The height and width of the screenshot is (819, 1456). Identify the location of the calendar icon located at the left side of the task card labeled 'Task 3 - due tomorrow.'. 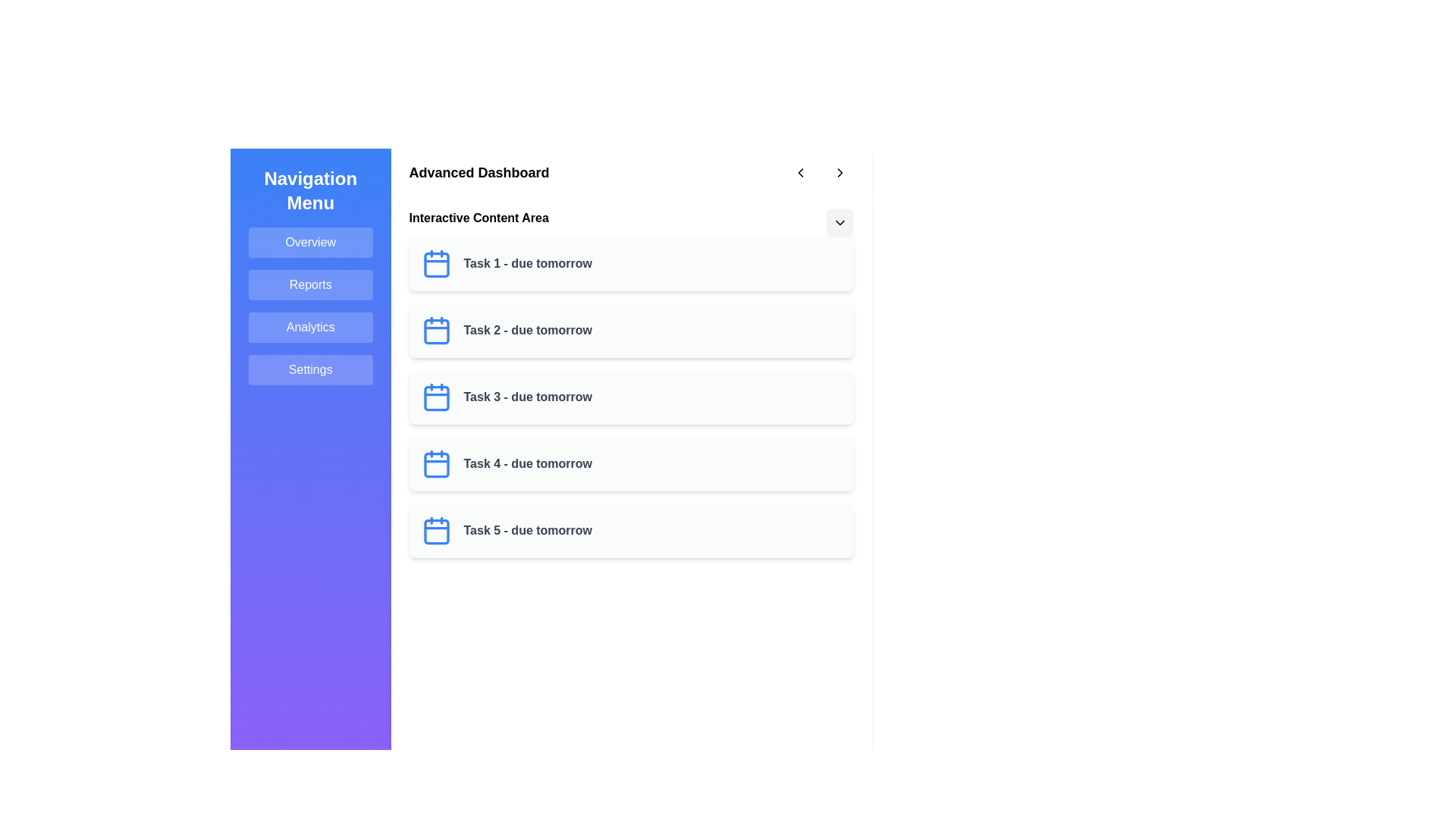
(435, 397).